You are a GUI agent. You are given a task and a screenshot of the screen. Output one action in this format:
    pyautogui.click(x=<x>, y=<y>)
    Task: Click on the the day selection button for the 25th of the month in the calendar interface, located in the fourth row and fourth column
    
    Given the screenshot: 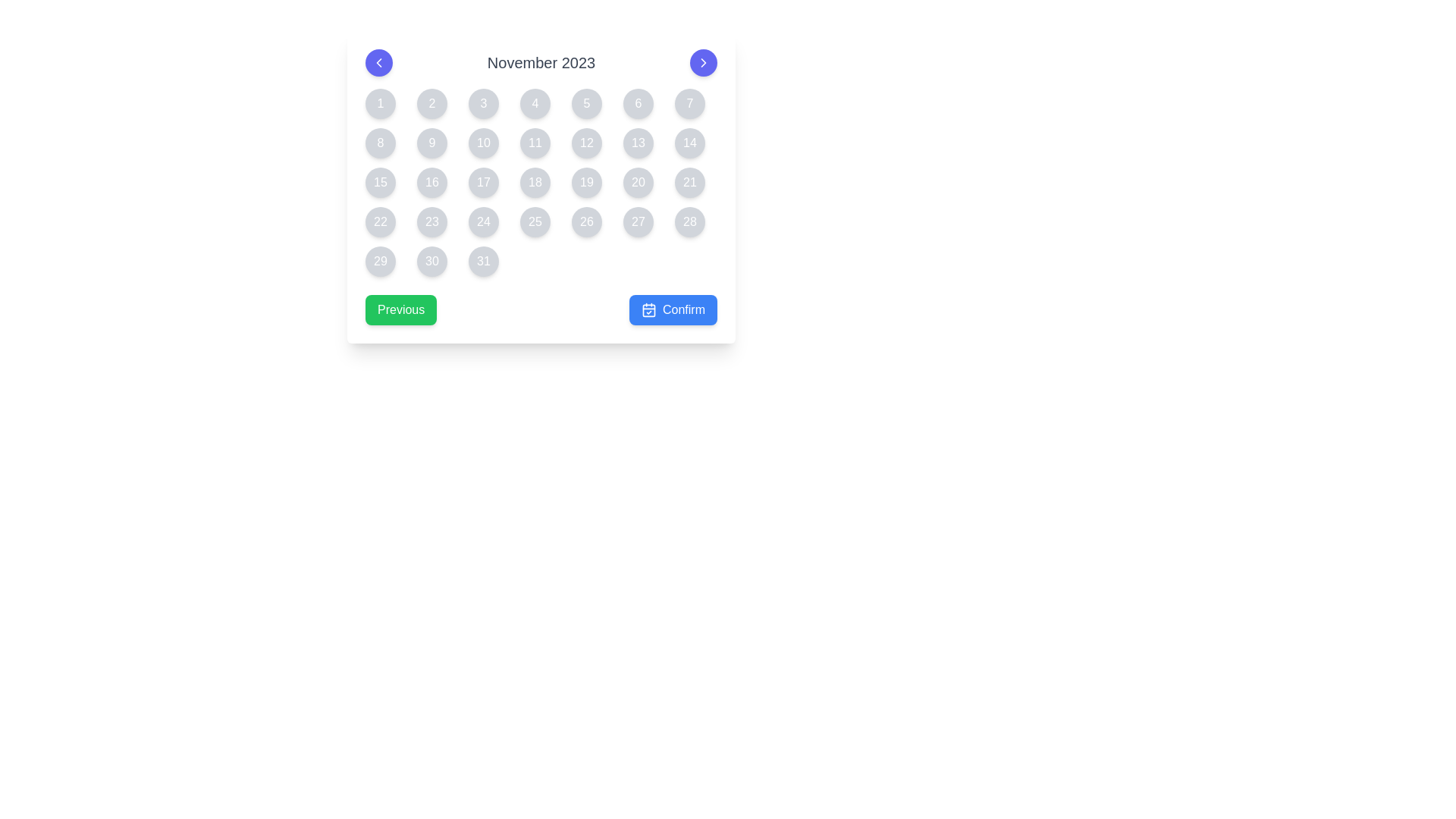 What is the action you would take?
    pyautogui.click(x=535, y=222)
    